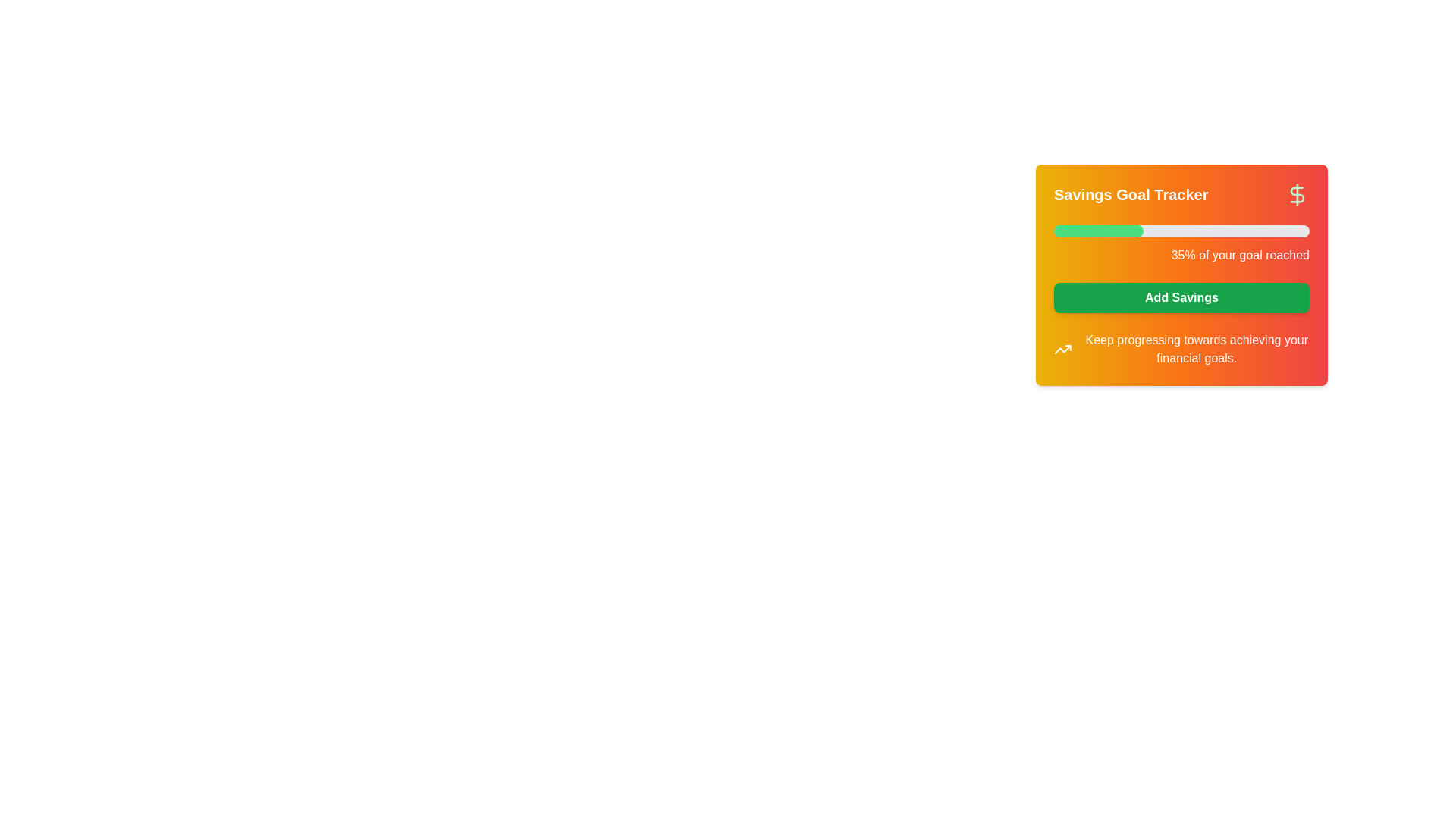 Image resolution: width=1456 pixels, height=819 pixels. I want to click on the text label displaying 'Savings Goal Tracker', which is bold and large, with white text on an orange-red gradient background, so click(1131, 194).